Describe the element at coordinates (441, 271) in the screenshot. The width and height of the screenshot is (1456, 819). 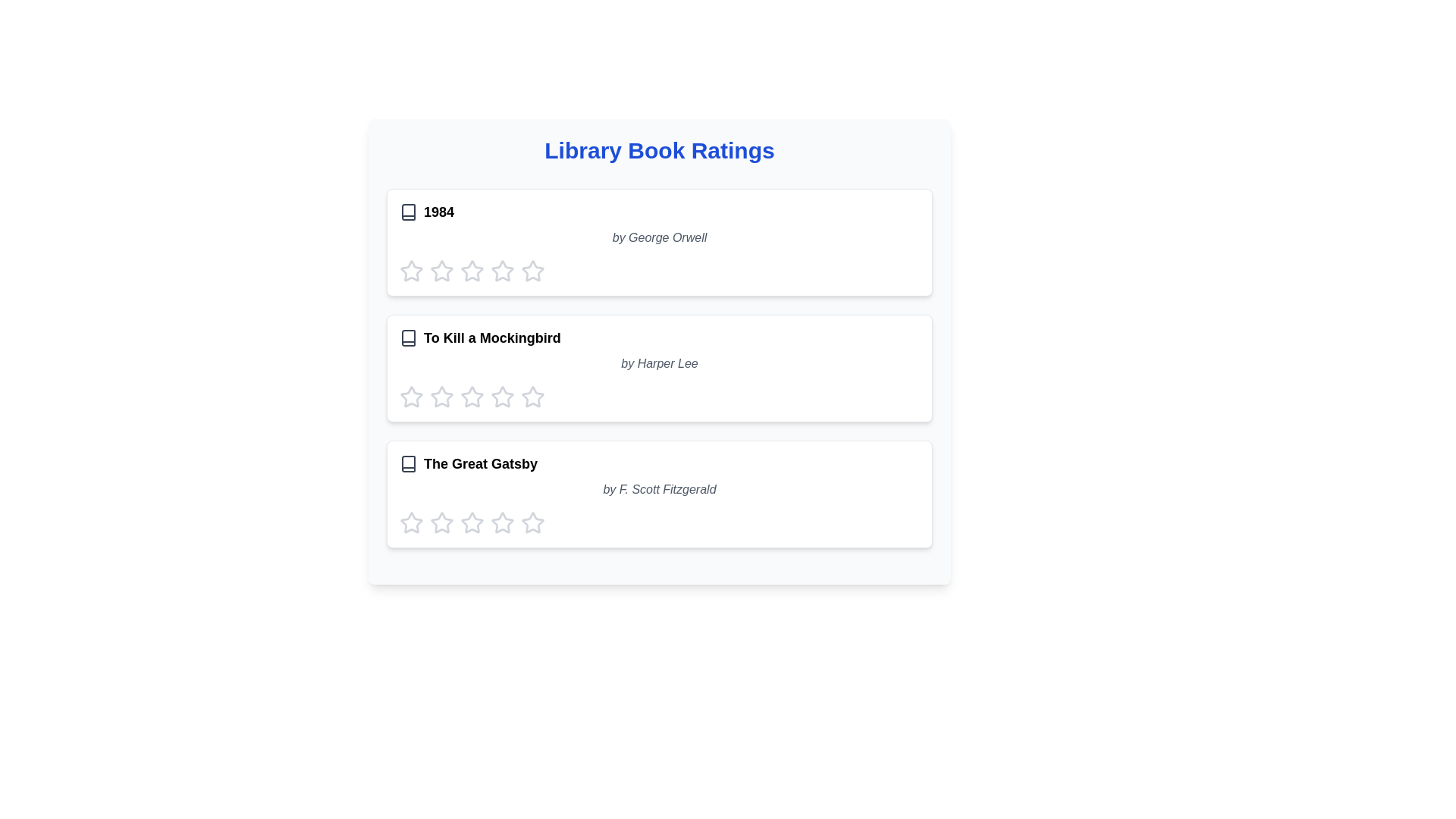
I see `the second star in the interactive star rating icon group below the book title '1984'` at that location.